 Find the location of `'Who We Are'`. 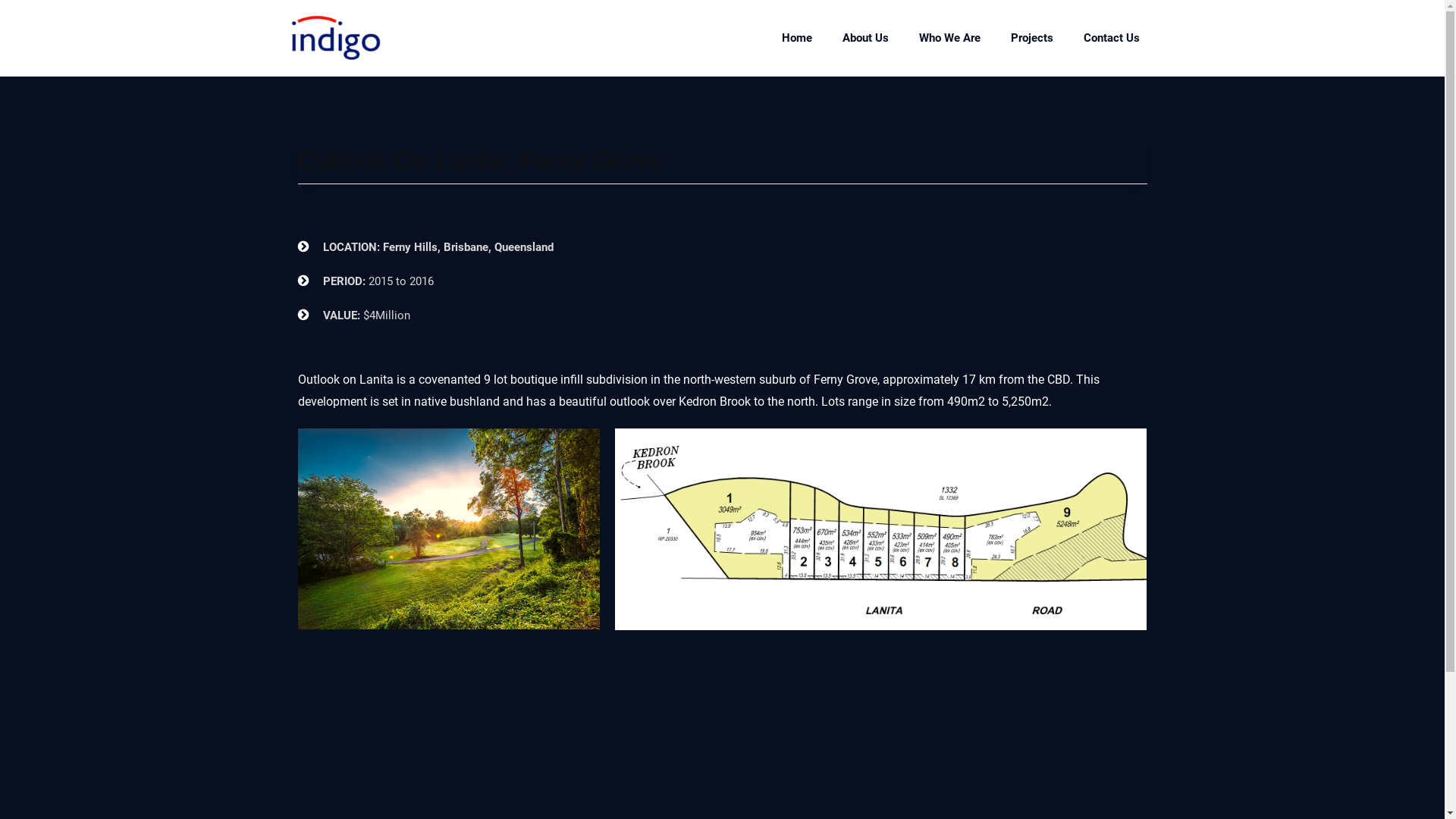

'Who We Are' is located at coordinates (949, 37).